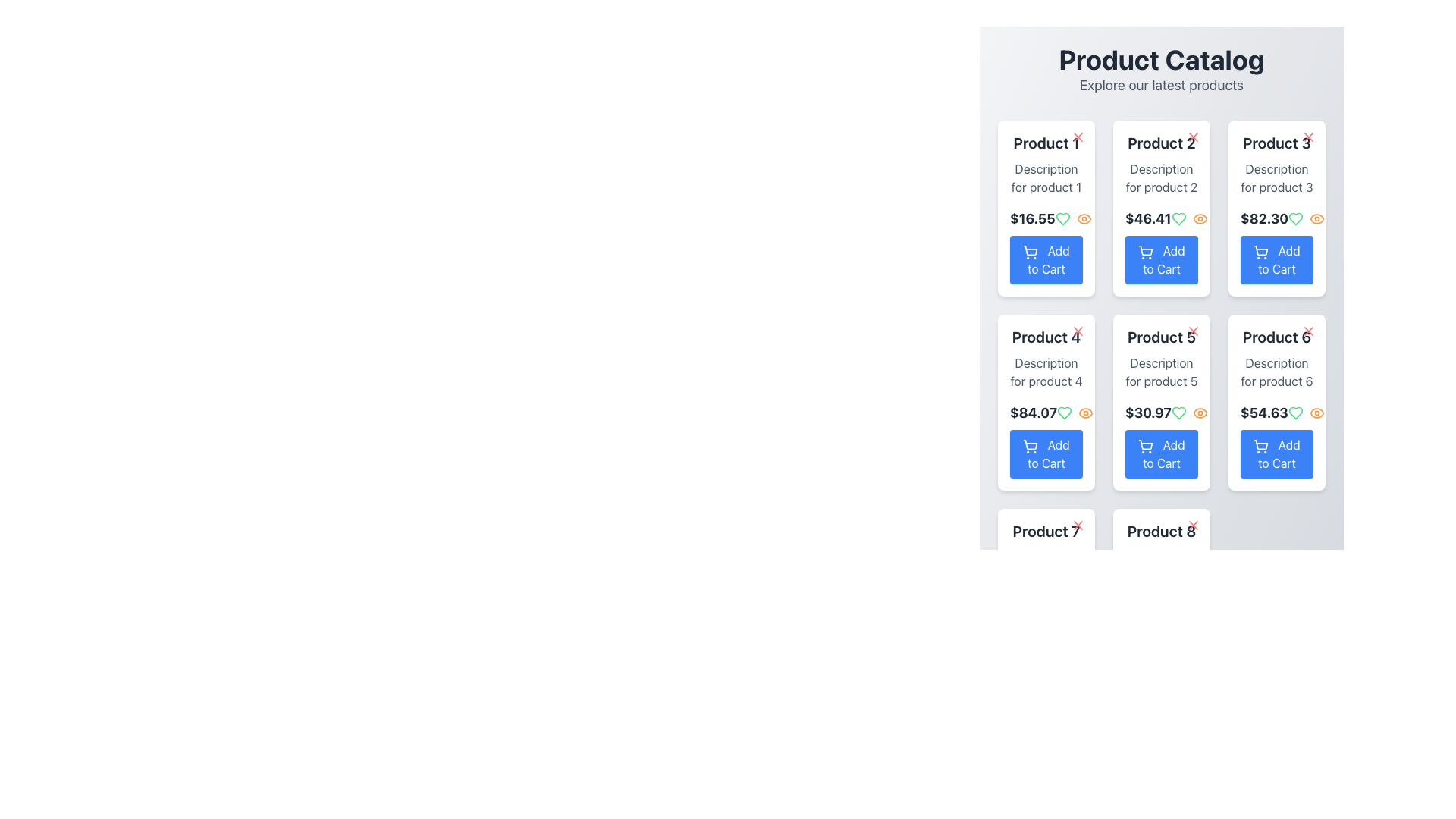 The height and width of the screenshot is (819, 1456). Describe the element at coordinates (1178, 413) in the screenshot. I see `the first green icon to the right of the price label for 'Product 5'` at that location.